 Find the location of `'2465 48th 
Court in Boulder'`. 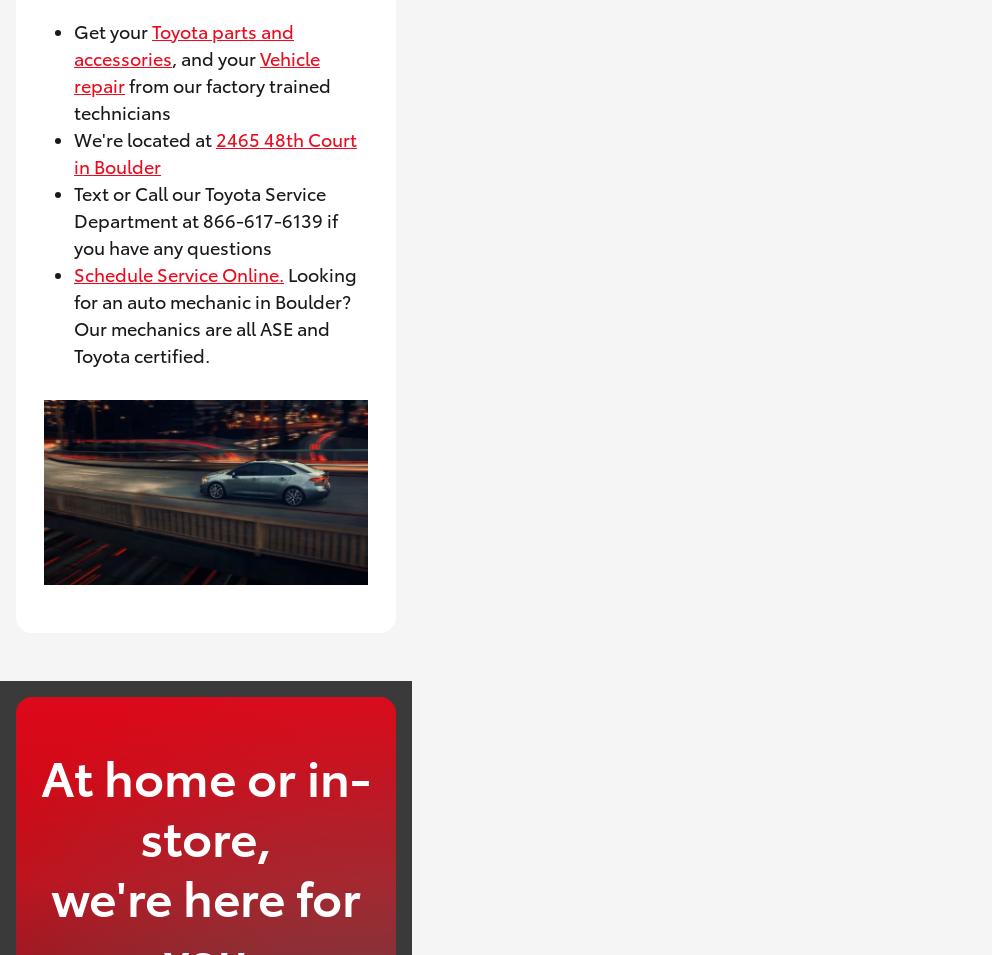

'2465 48th 
Court in Boulder' is located at coordinates (74, 149).